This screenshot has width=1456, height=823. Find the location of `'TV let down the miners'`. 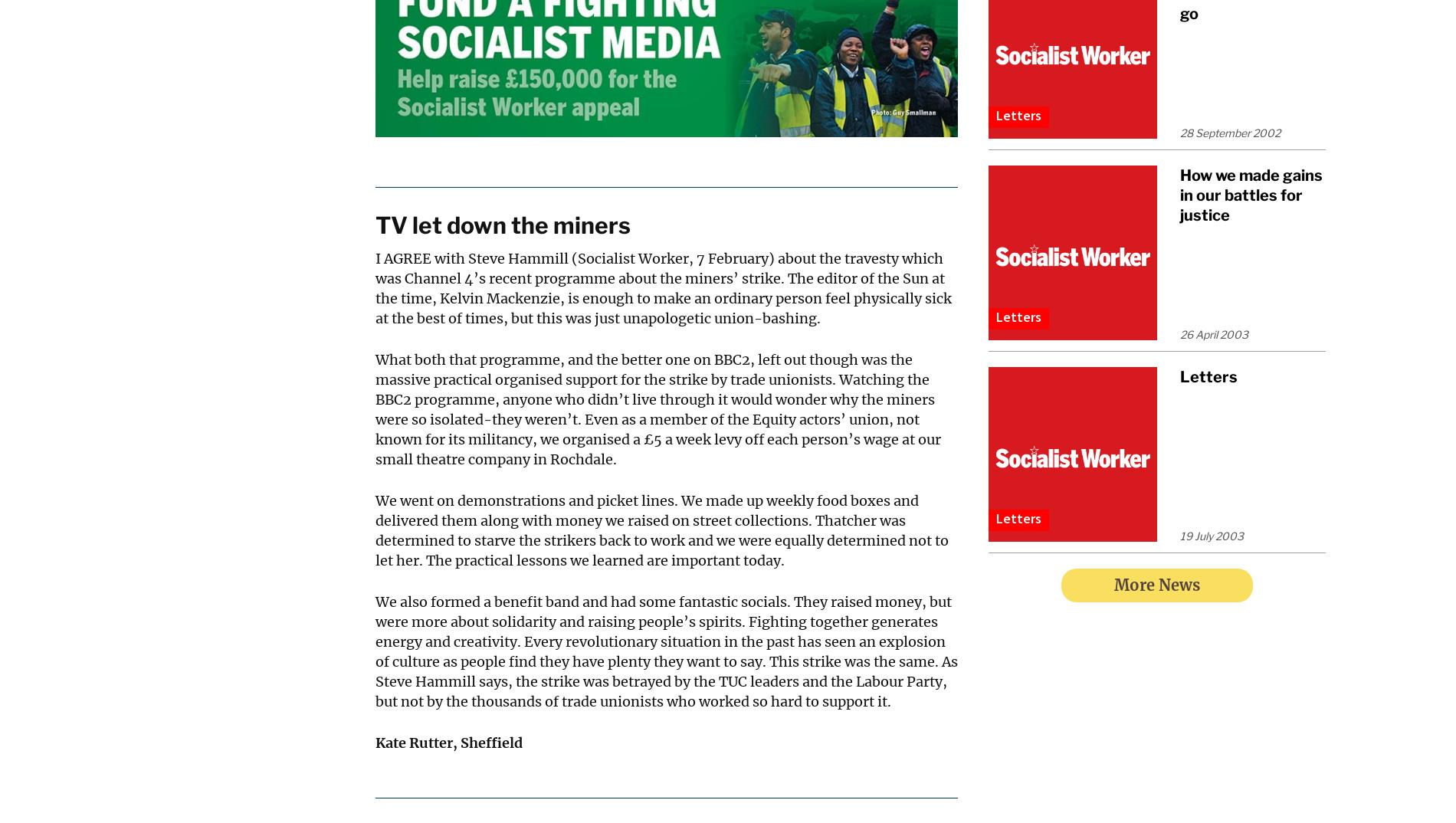

'TV let down the miners' is located at coordinates (503, 225).